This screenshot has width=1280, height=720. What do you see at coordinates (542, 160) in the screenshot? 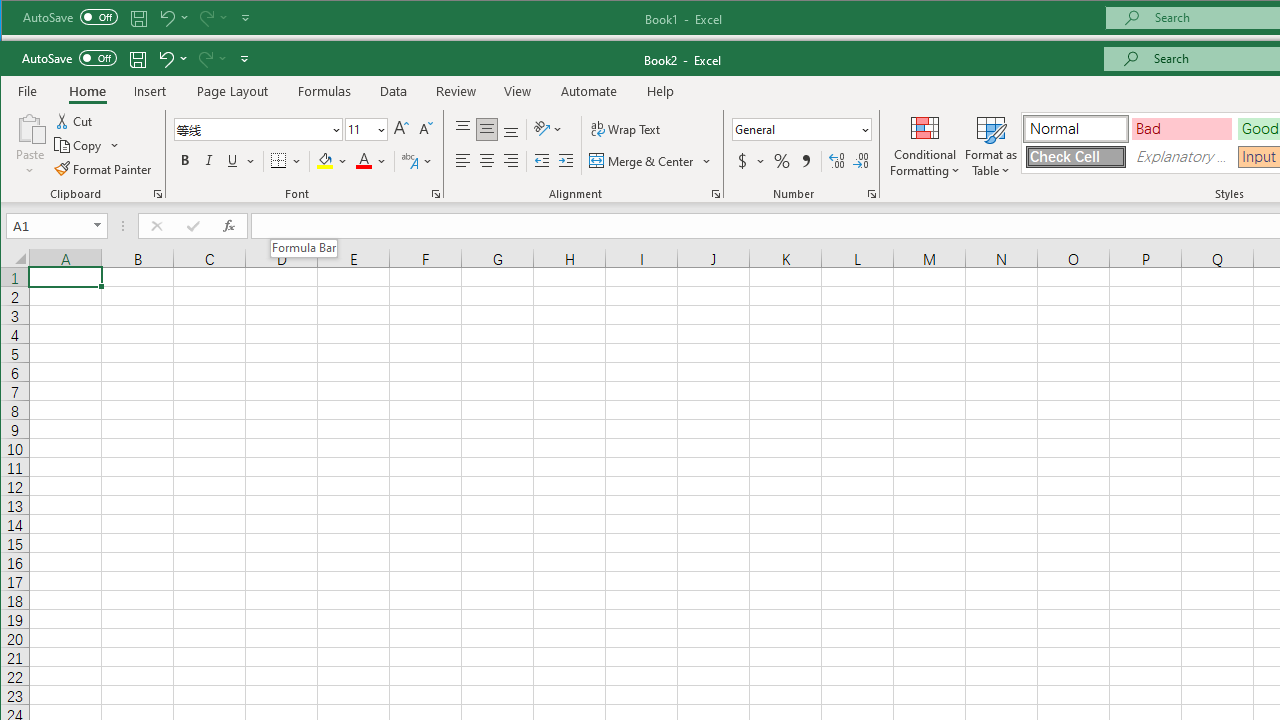
I see `'Decrease Indent'` at bounding box center [542, 160].